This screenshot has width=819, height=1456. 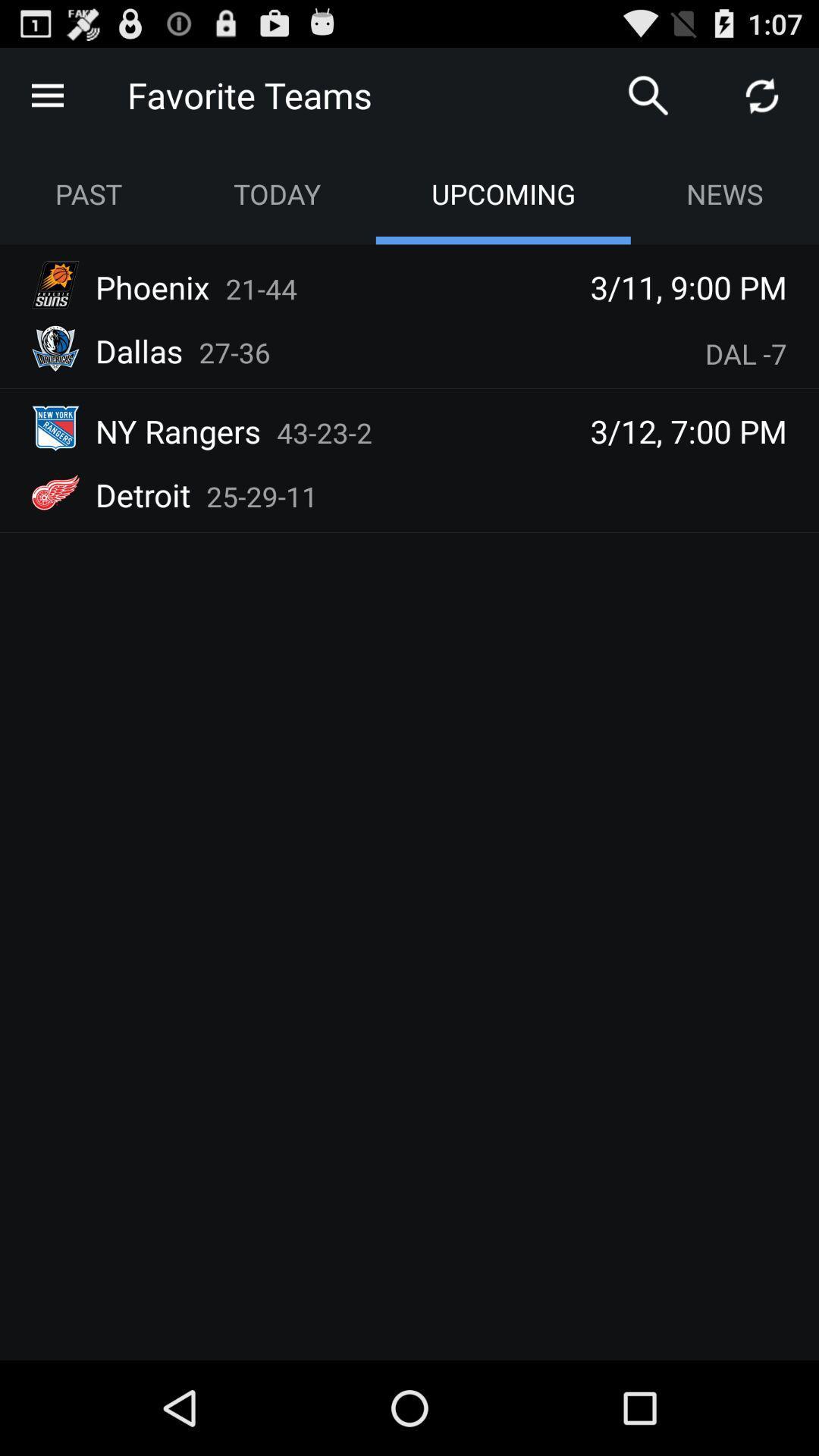 I want to click on the item below the 3 11 9 app, so click(x=745, y=353).